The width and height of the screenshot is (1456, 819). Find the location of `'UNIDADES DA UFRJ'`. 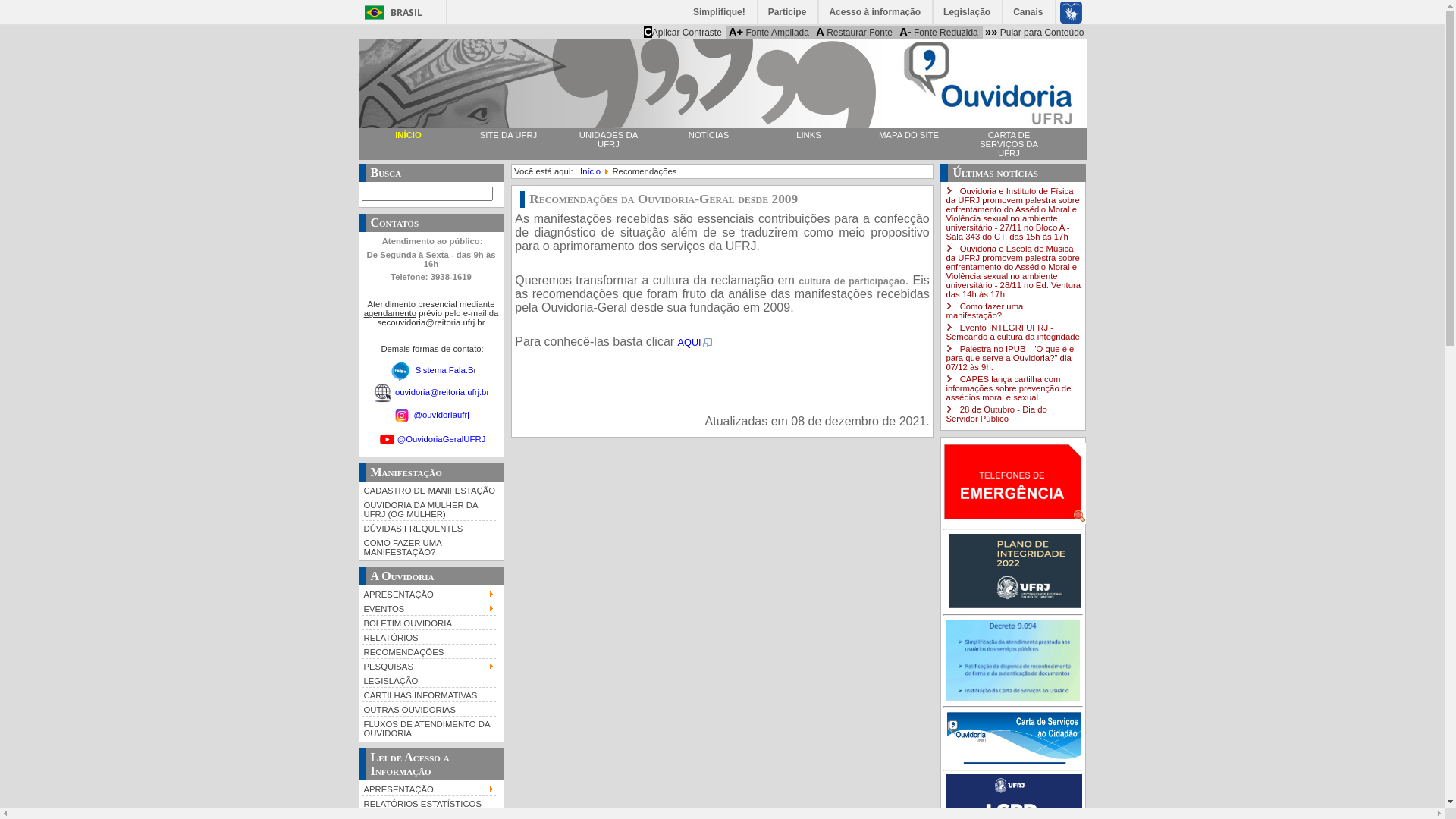

'UNIDADES DA UFRJ' is located at coordinates (607, 140).